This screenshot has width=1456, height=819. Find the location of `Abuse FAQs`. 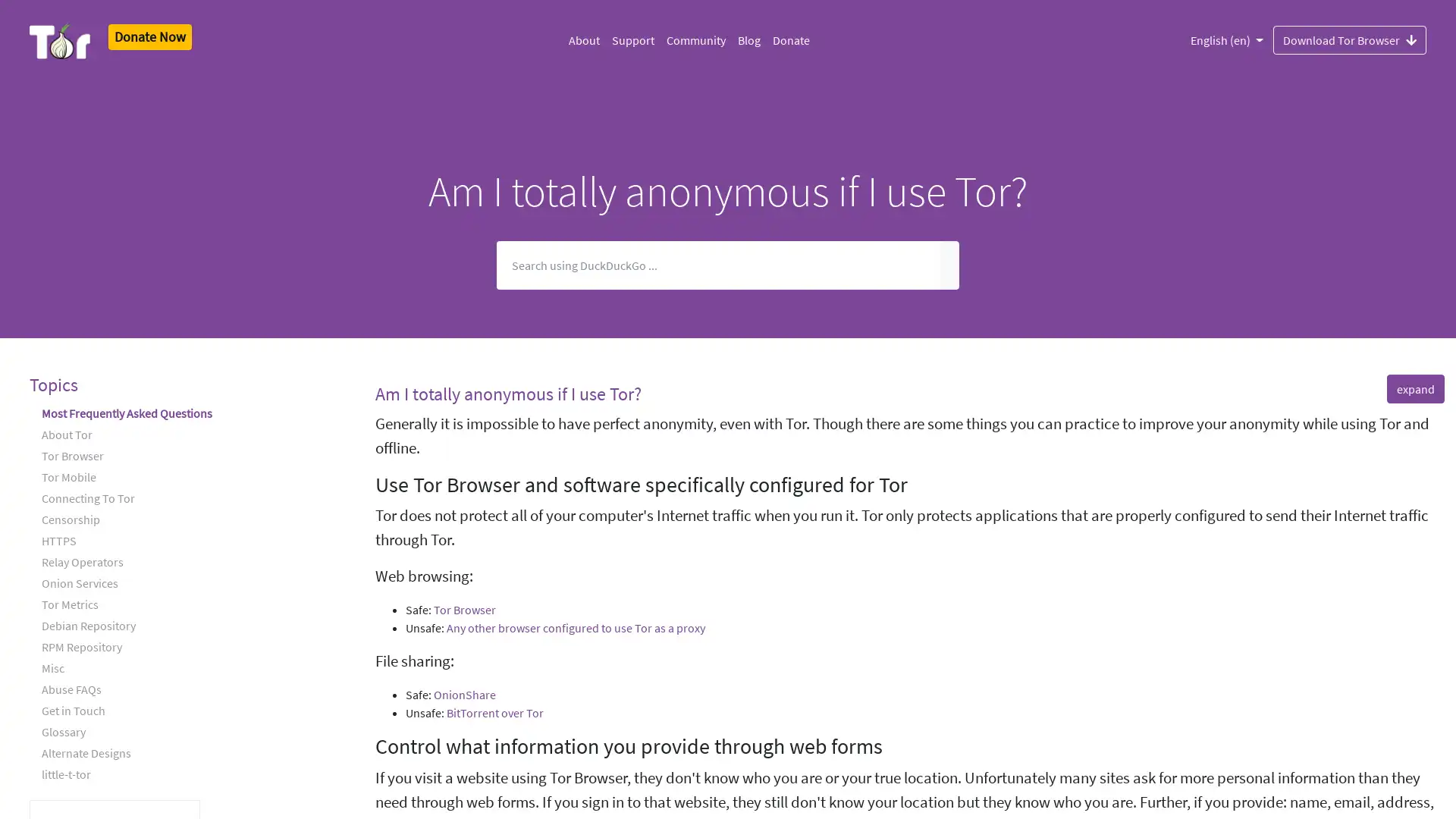

Abuse FAQs is located at coordinates (187, 688).